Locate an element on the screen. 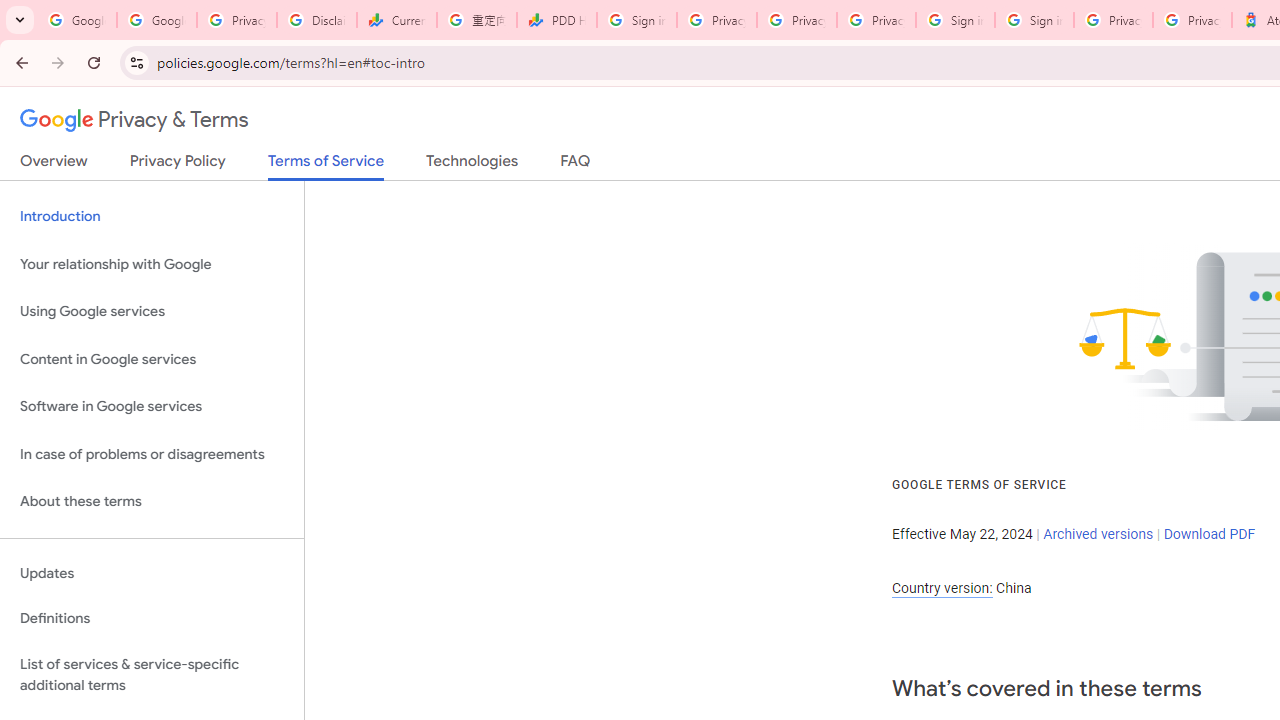 This screenshot has height=720, width=1280. 'Content in Google services' is located at coordinates (151, 358).